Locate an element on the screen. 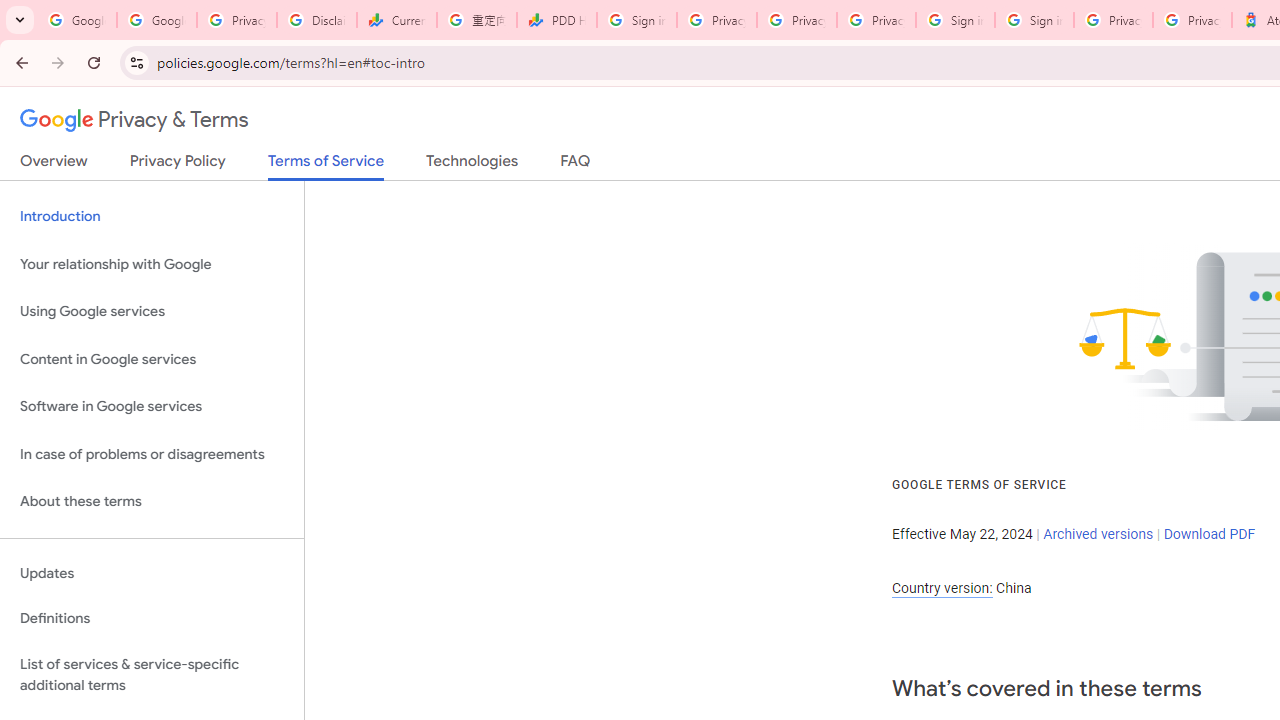 This screenshot has height=720, width=1280. 'Content in Google services' is located at coordinates (151, 358).